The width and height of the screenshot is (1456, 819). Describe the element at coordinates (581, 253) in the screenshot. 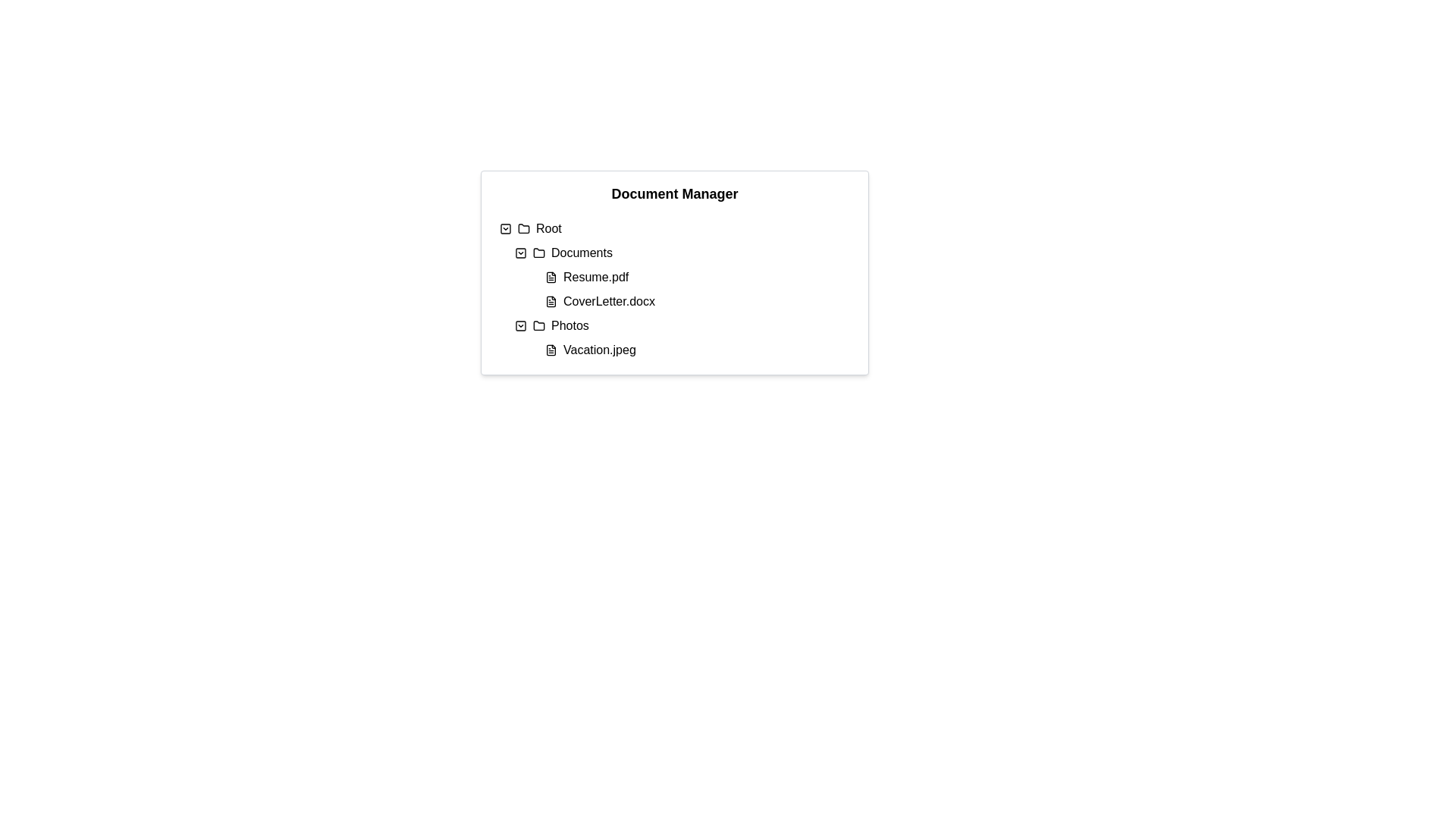

I see `the text label that displays 'Documents', which is positioned below the title 'Root' in the hierarchical file listing` at that location.